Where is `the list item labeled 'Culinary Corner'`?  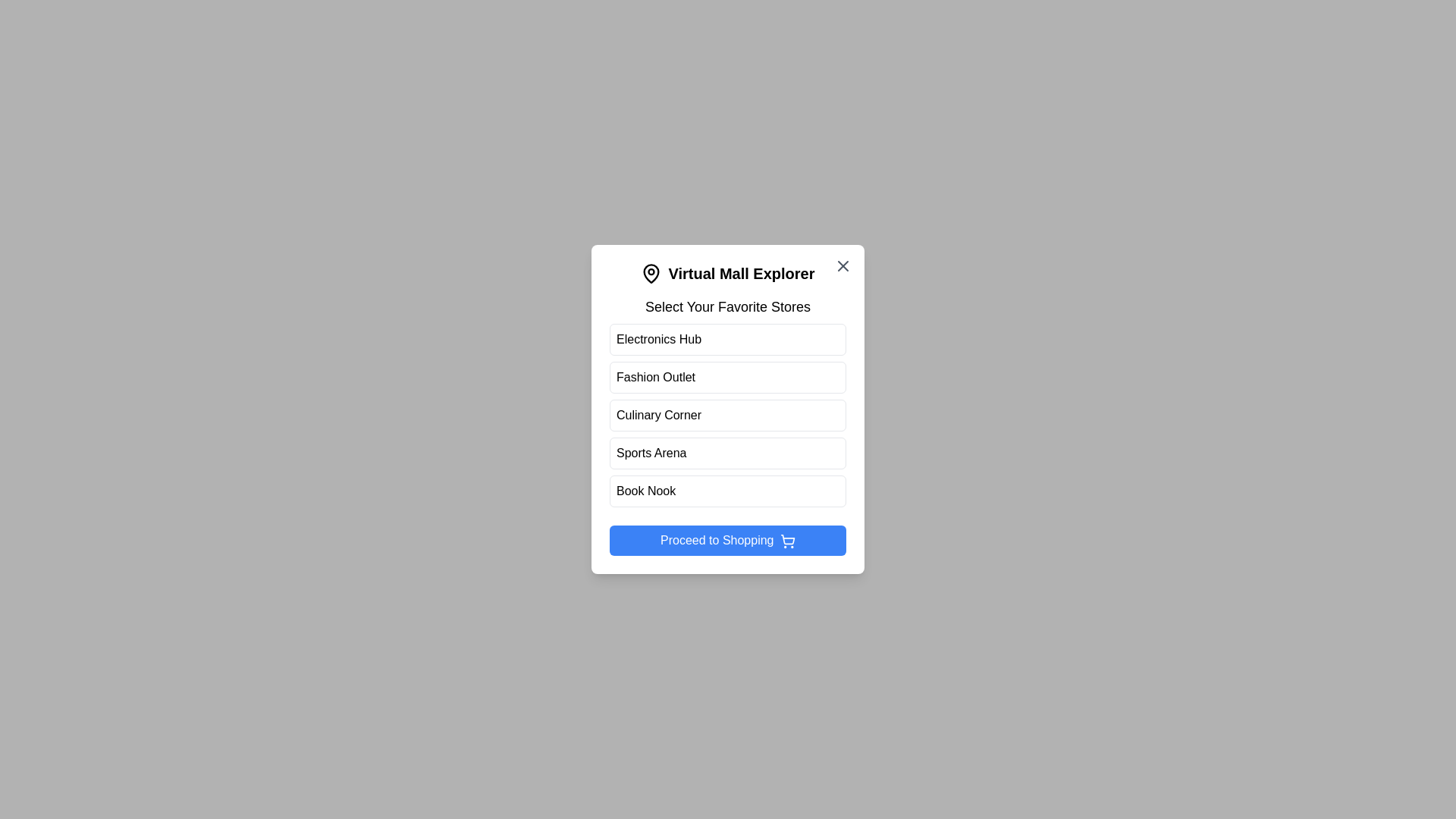 the list item labeled 'Culinary Corner' is located at coordinates (728, 409).